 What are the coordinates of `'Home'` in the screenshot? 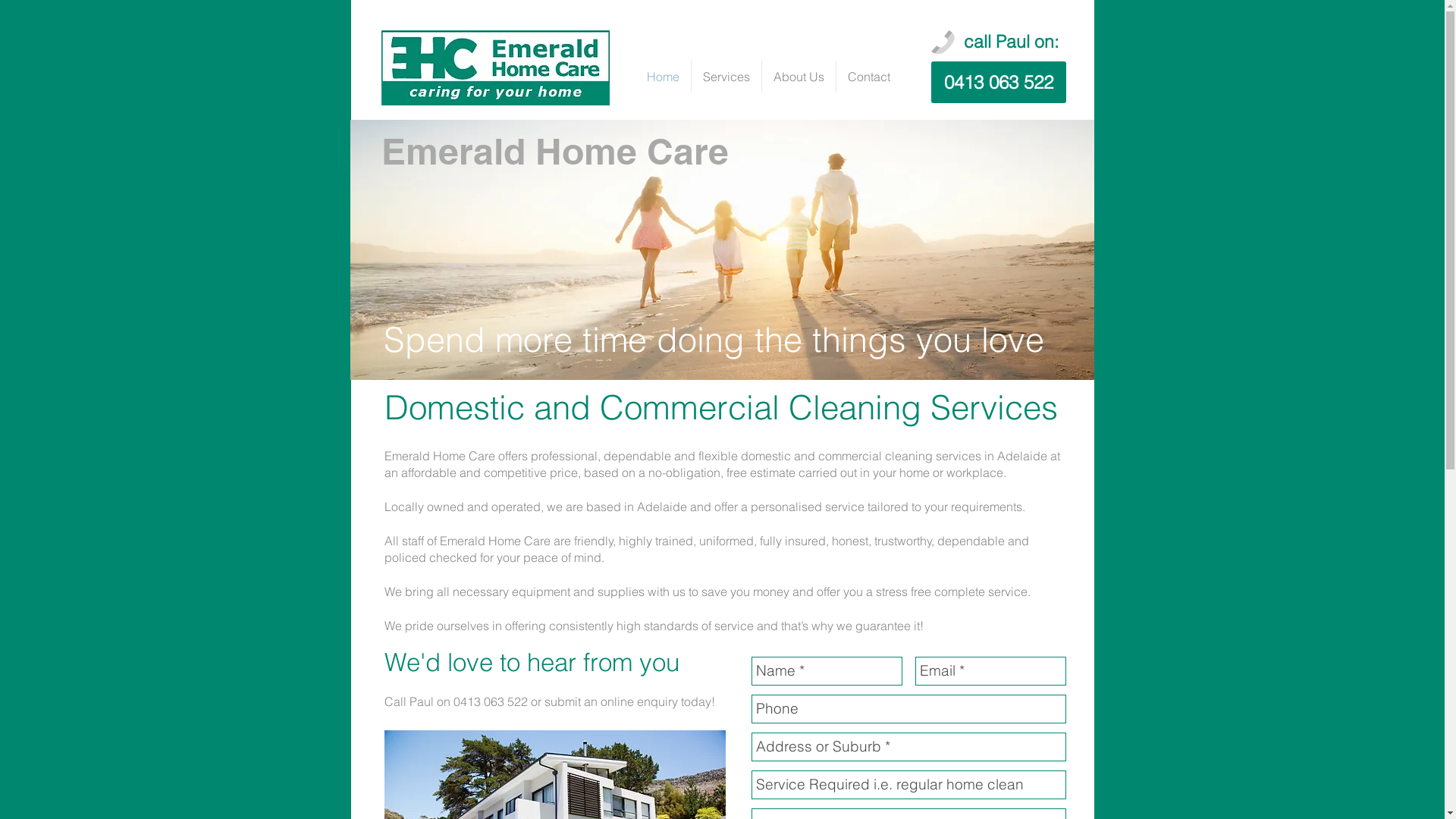 It's located at (663, 76).